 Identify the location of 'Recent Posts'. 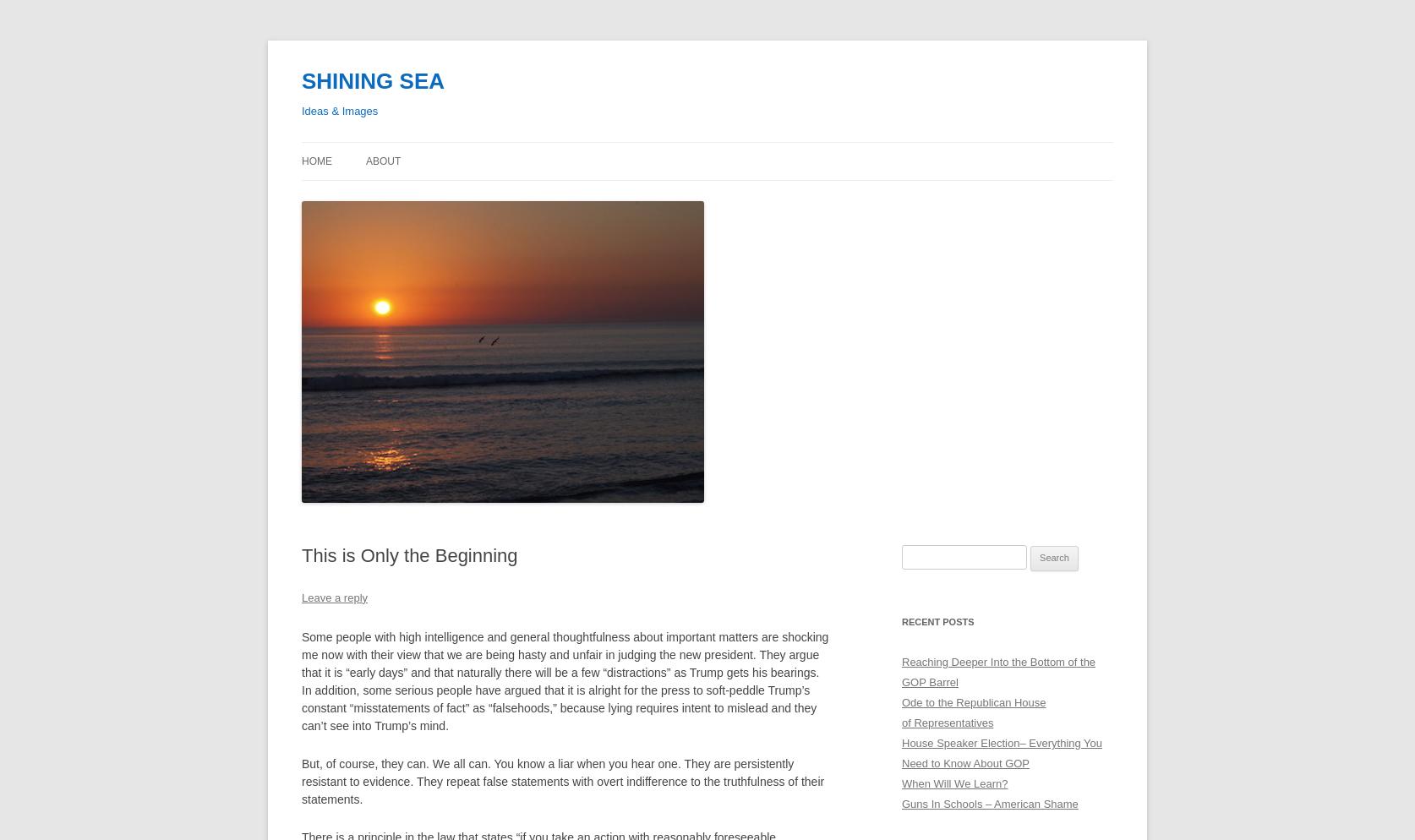
(937, 621).